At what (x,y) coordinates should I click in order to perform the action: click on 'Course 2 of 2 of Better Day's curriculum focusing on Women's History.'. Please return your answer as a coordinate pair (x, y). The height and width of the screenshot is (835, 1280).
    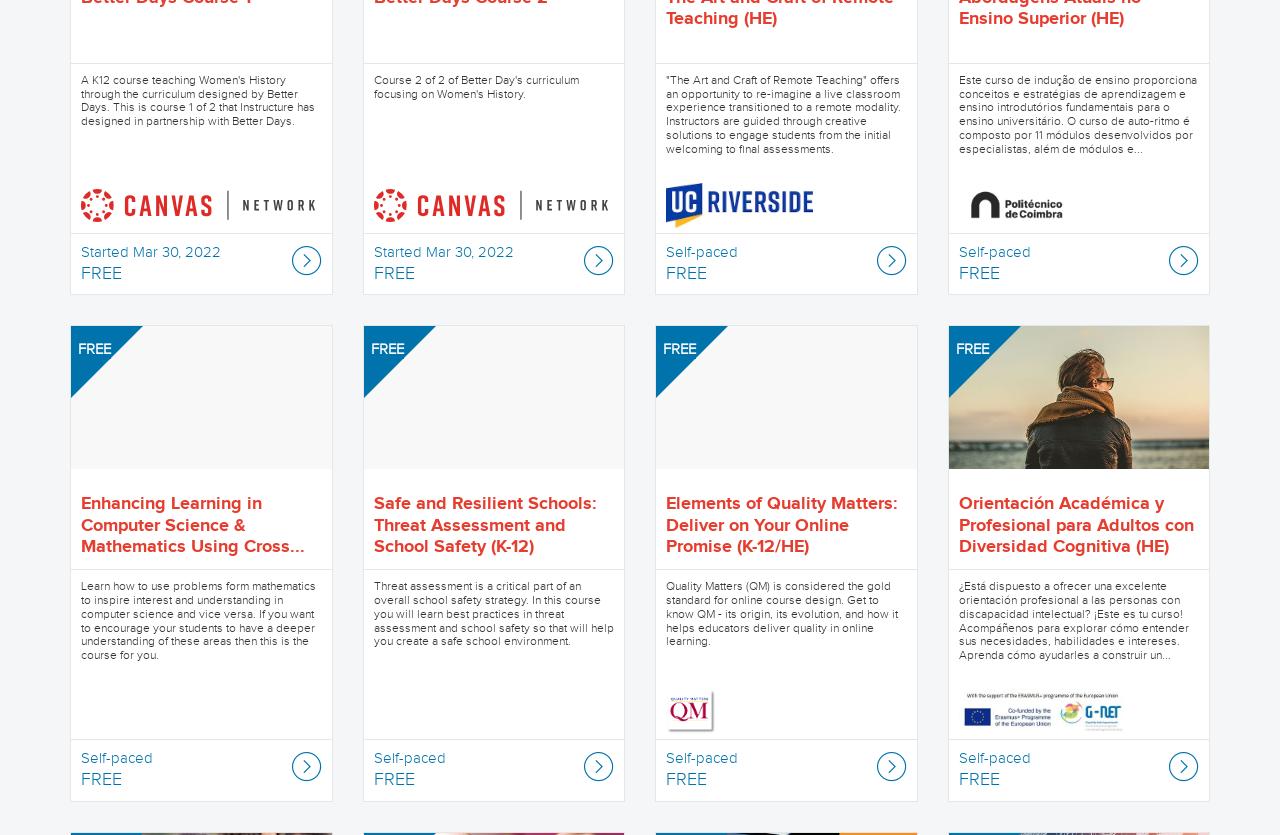
    Looking at the image, I should click on (474, 85).